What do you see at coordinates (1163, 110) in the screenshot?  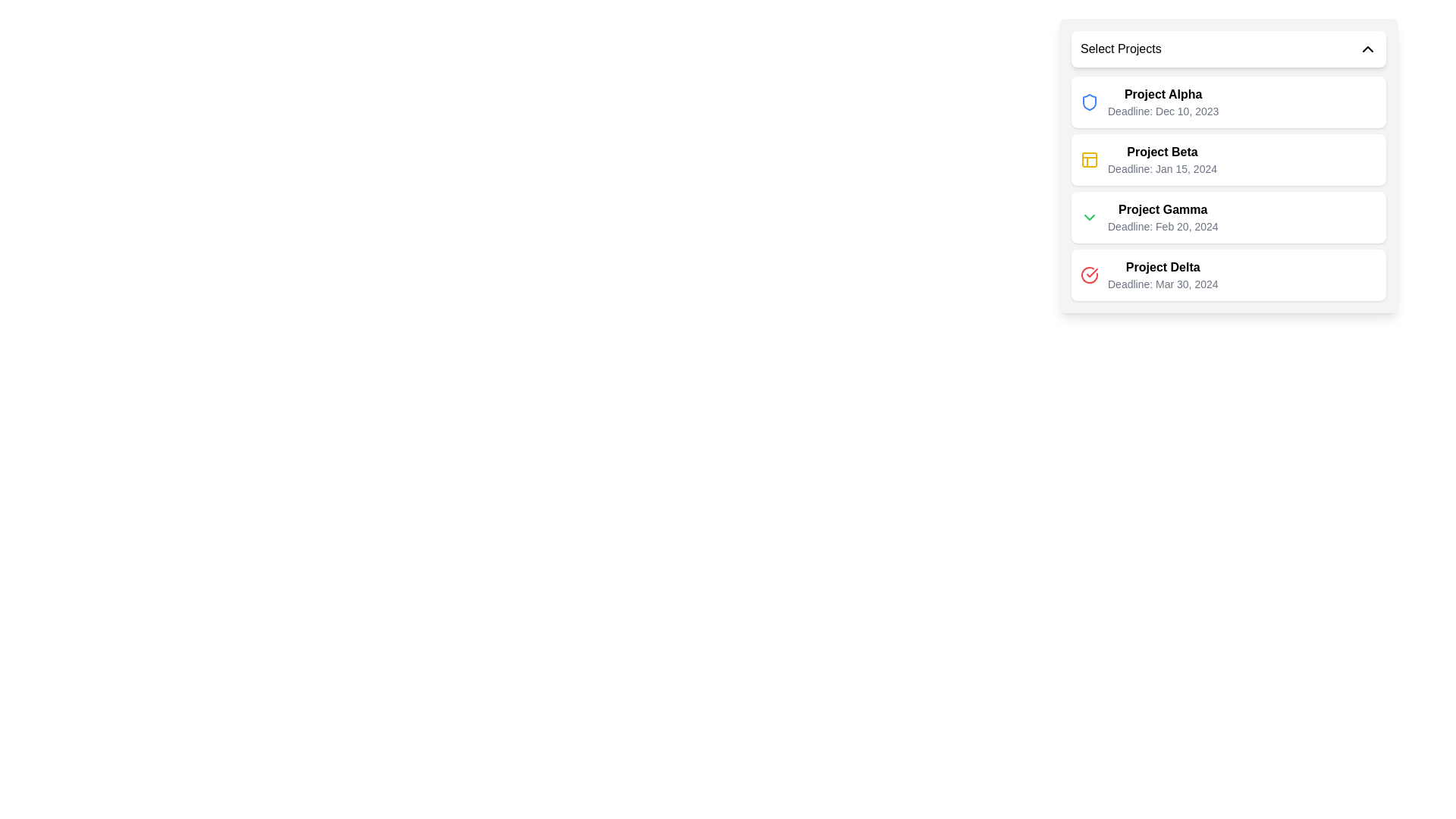 I see `deadline information displayed in the label that says 'Deadline: Dec 10, 2023', which is positioned below the 'Project Alpha' label in the project information list` at bounding box center [1163, 110].